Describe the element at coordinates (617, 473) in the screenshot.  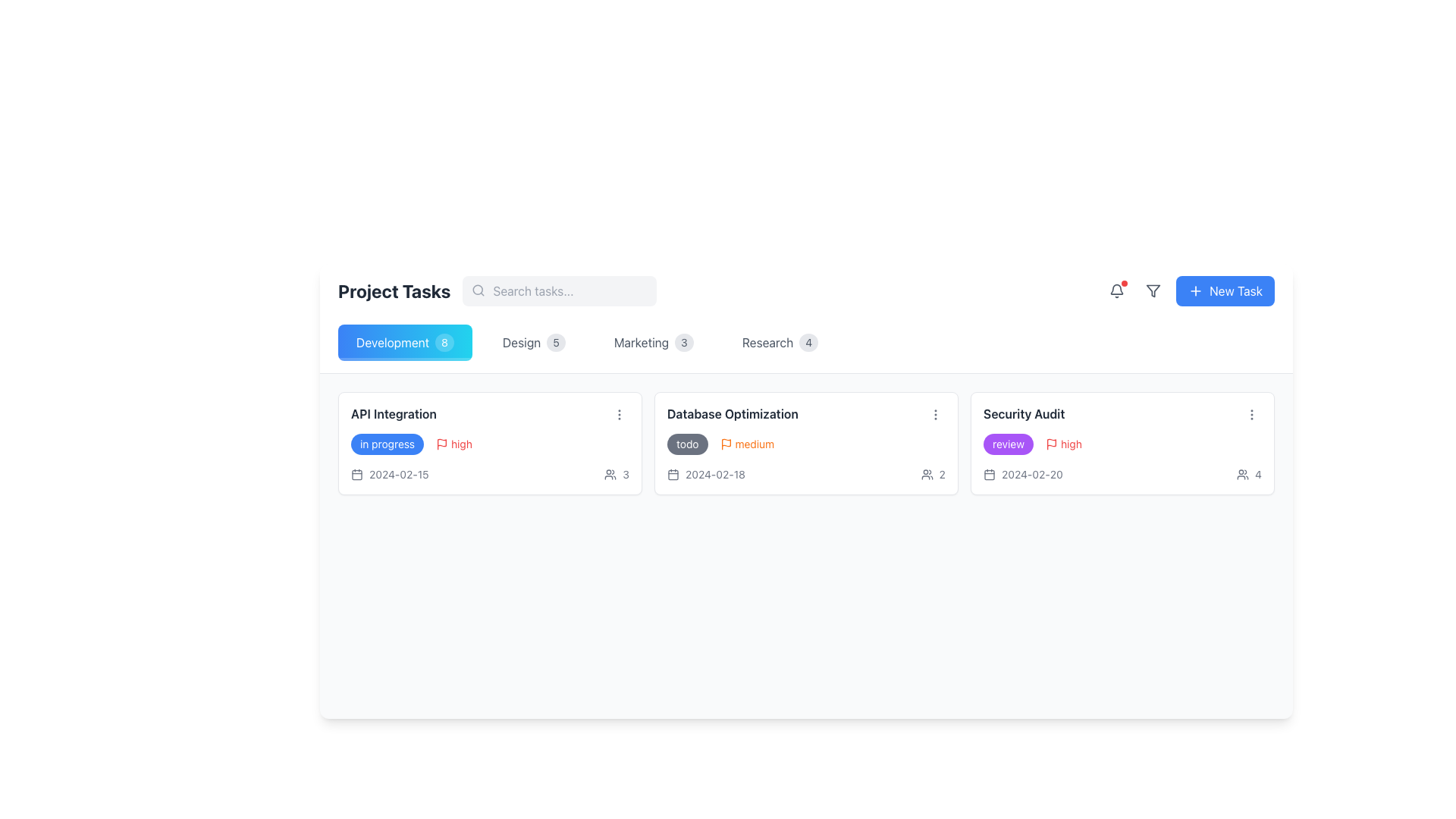
I see `the icon representing the number of users or participants in the 'API Integration' card located in the 'Development' section` at that location.